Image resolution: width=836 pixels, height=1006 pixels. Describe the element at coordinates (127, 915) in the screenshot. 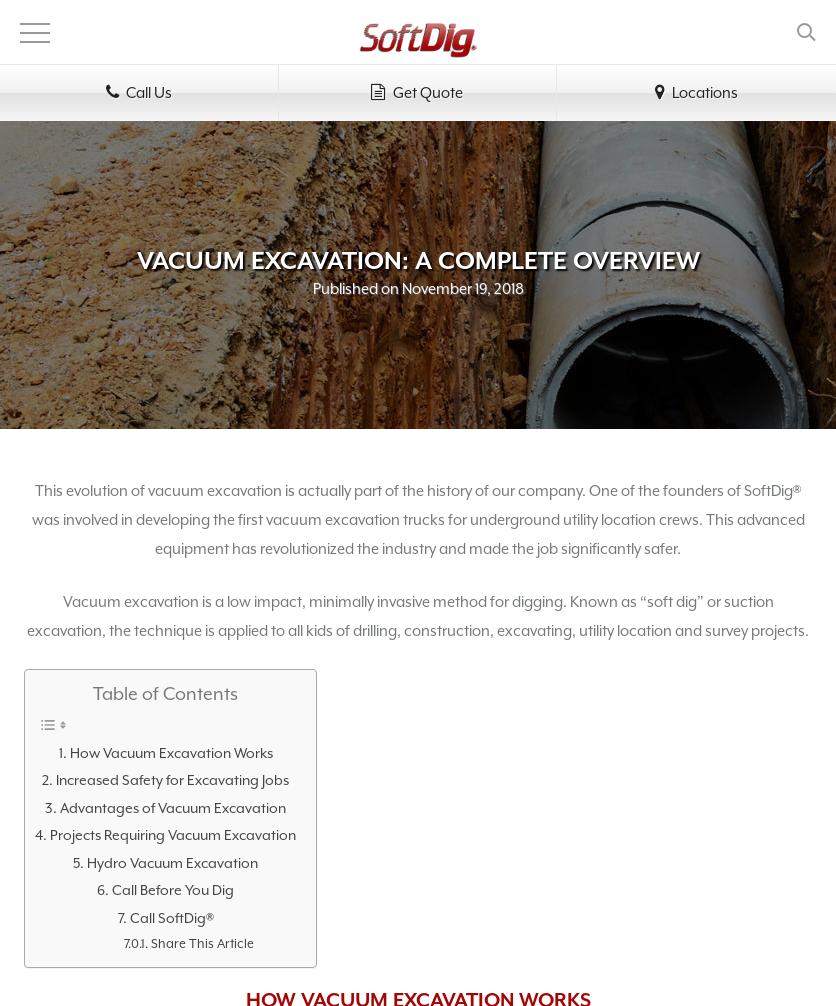

I see `'Call SoftDig®'` at that location.